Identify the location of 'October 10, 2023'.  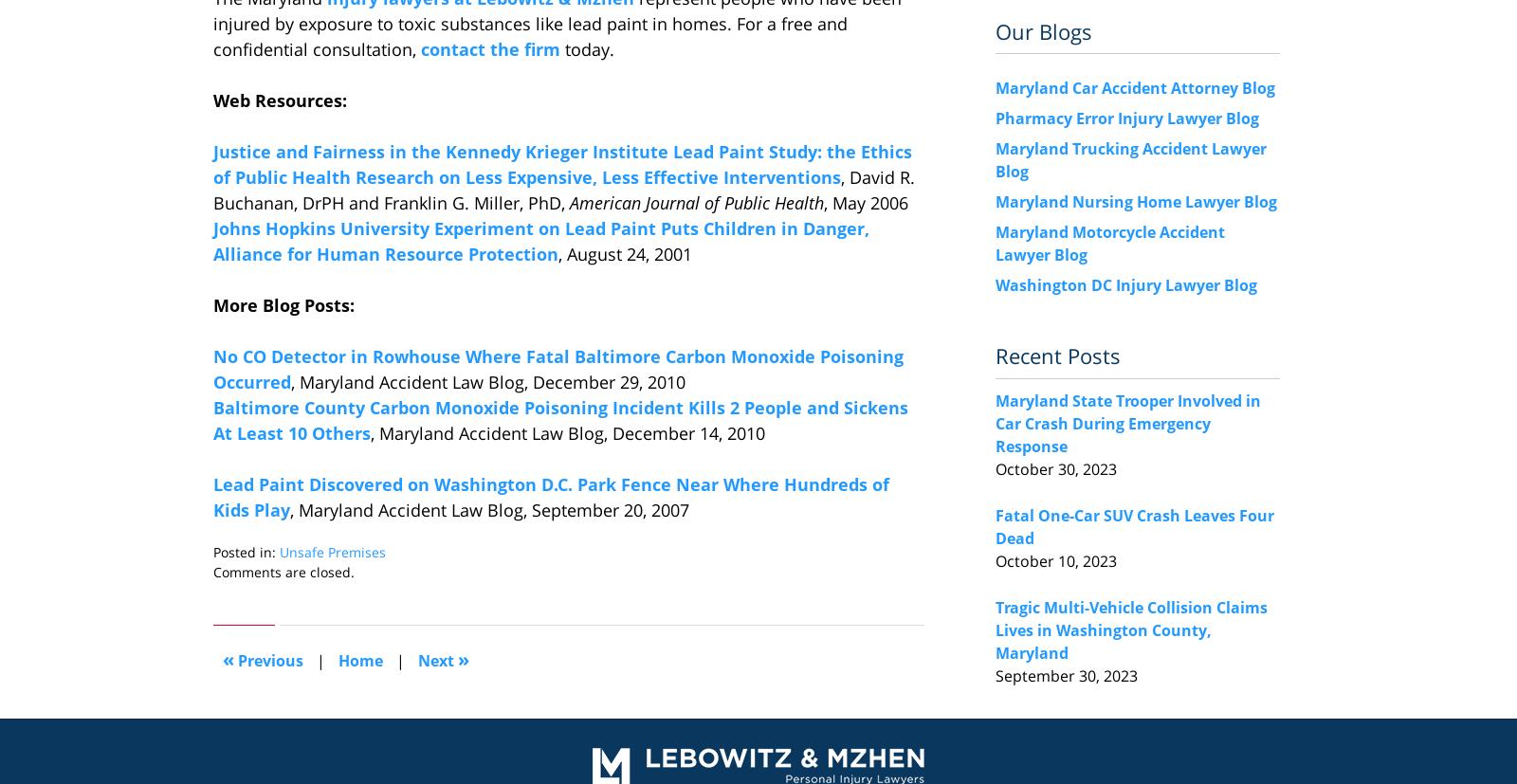
(1056, 559).